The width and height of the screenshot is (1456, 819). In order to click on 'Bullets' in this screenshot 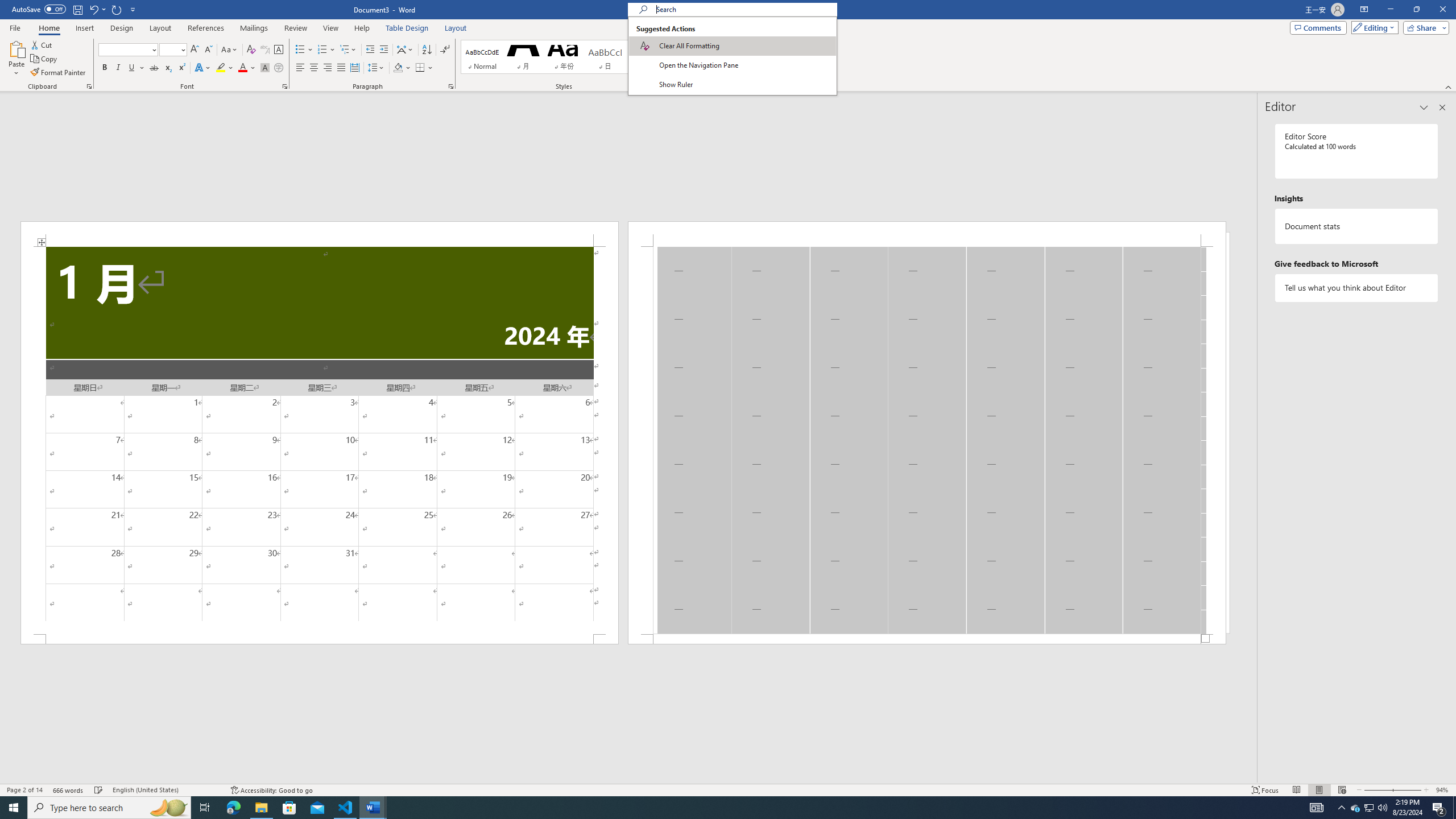, I will do `click(304, 49)`.